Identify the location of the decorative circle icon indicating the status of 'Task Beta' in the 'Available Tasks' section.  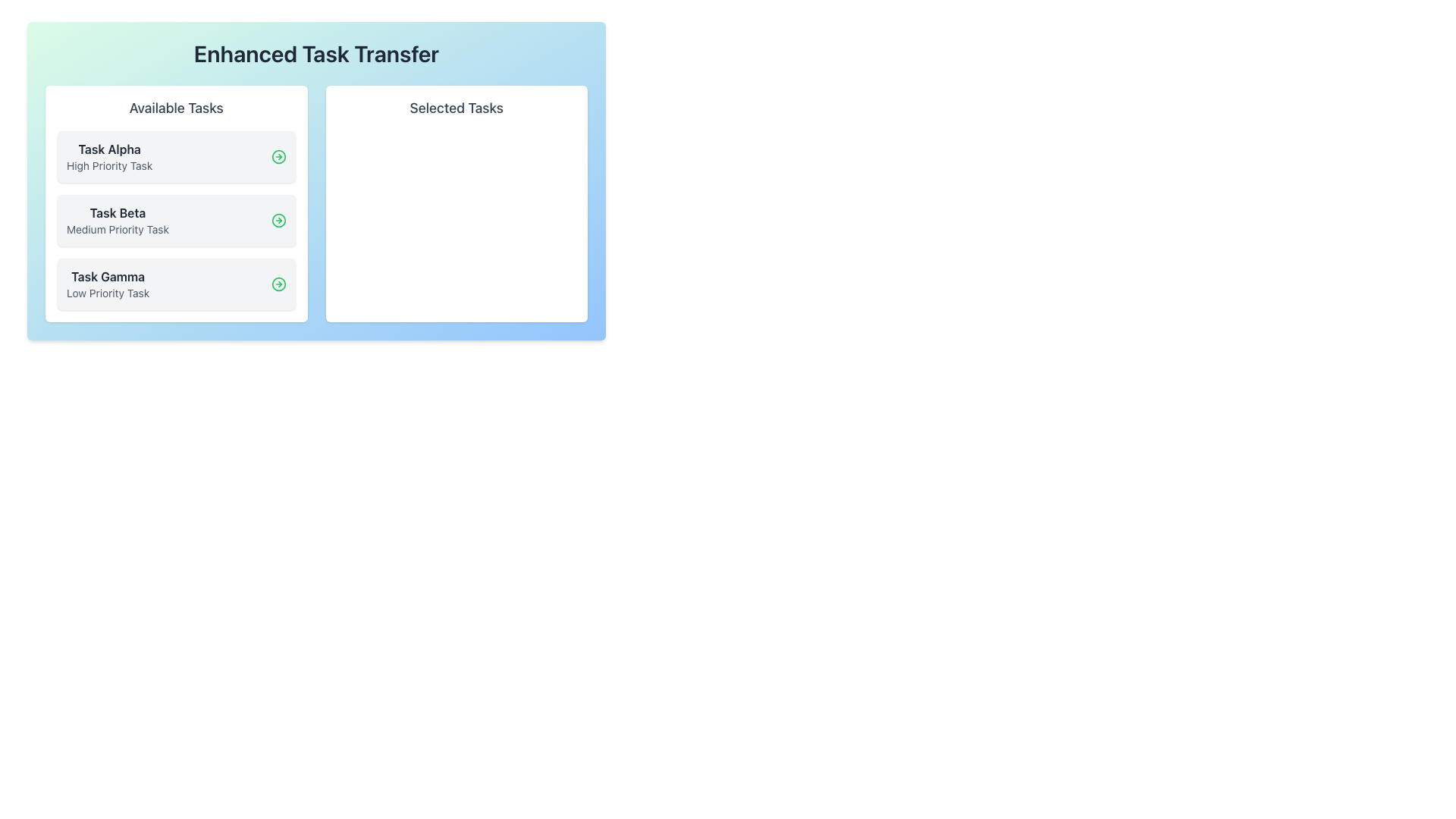
(278, 220).